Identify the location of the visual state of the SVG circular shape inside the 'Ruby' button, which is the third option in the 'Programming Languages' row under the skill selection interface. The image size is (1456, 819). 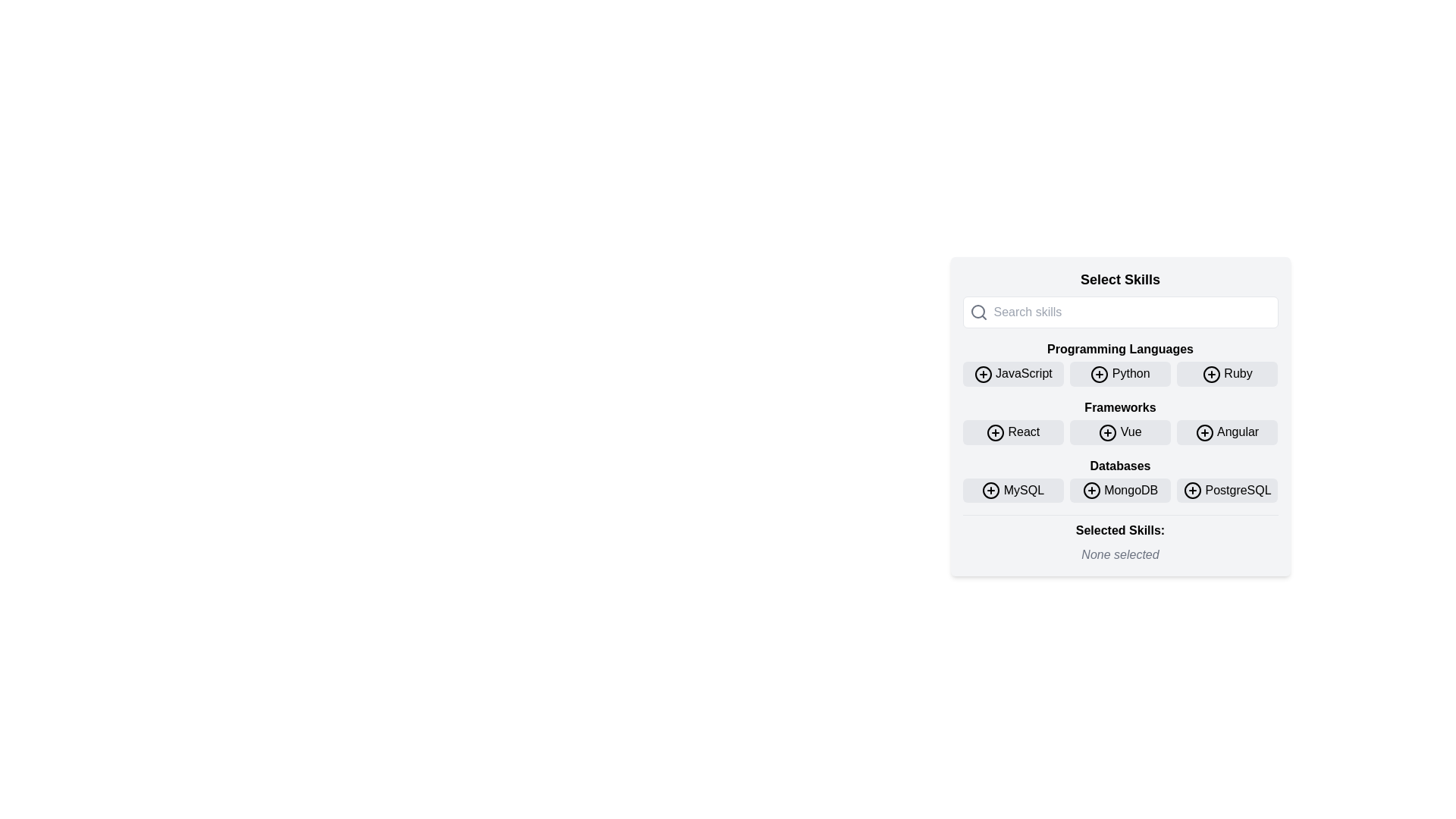
(1210, 374).